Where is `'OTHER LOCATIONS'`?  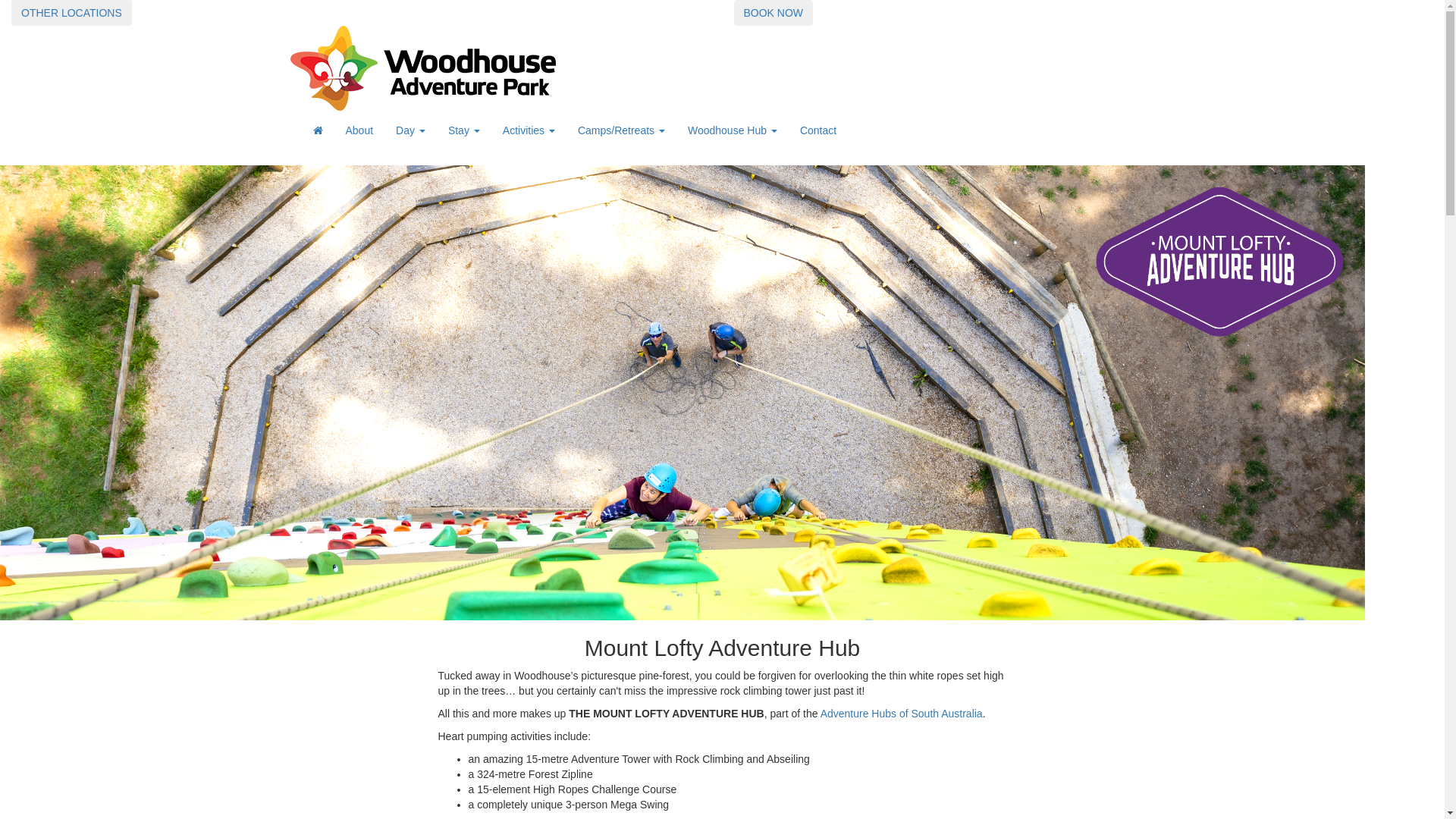 'OTHER LOCATIONS' is located at coordinates (71, 12).